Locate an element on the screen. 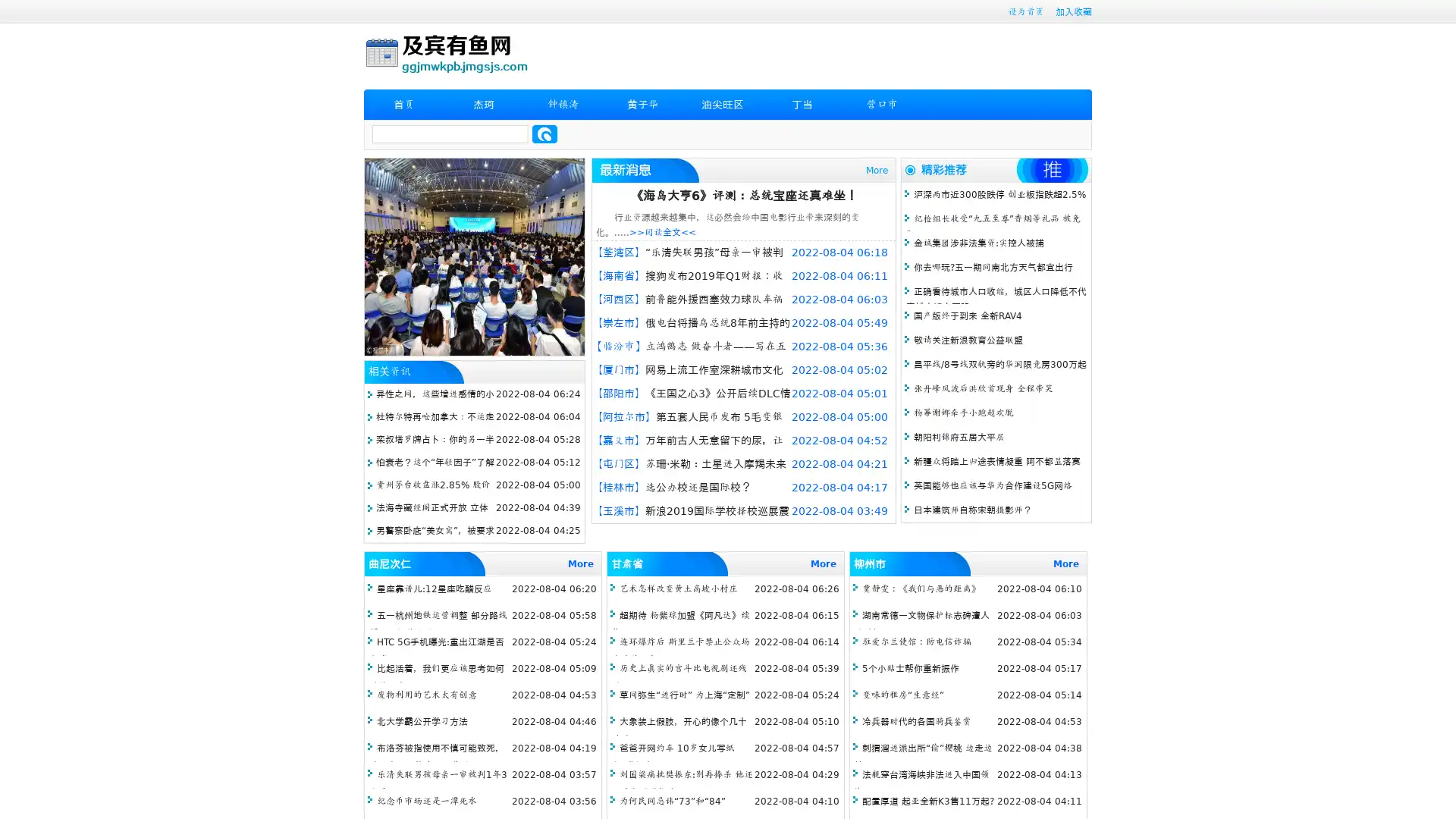 The image size is (1456, 819). Search is located at coordinates (544, 133).